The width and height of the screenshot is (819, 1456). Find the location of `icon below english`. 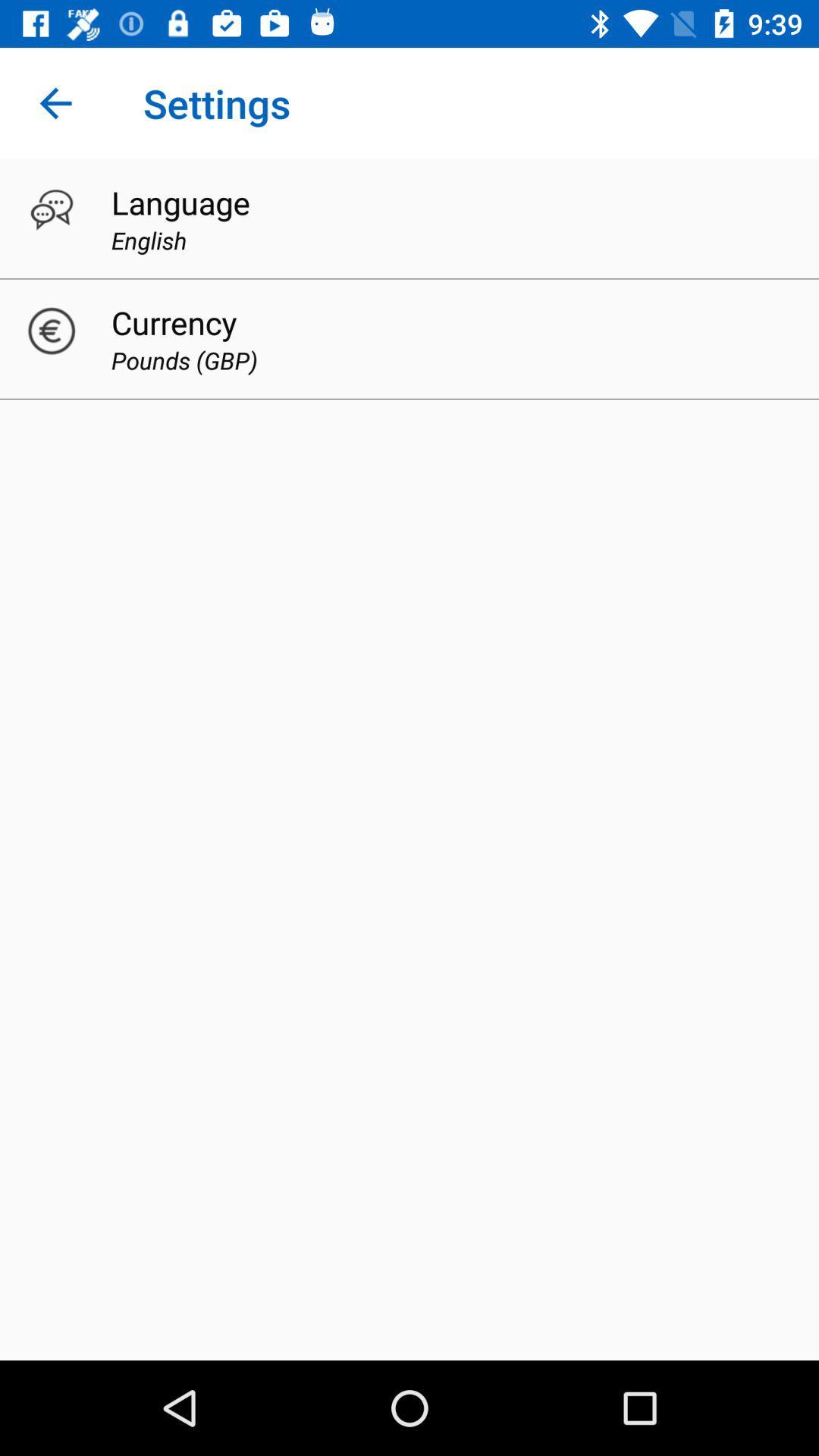

icon below english is located at coordinates (173, 322).